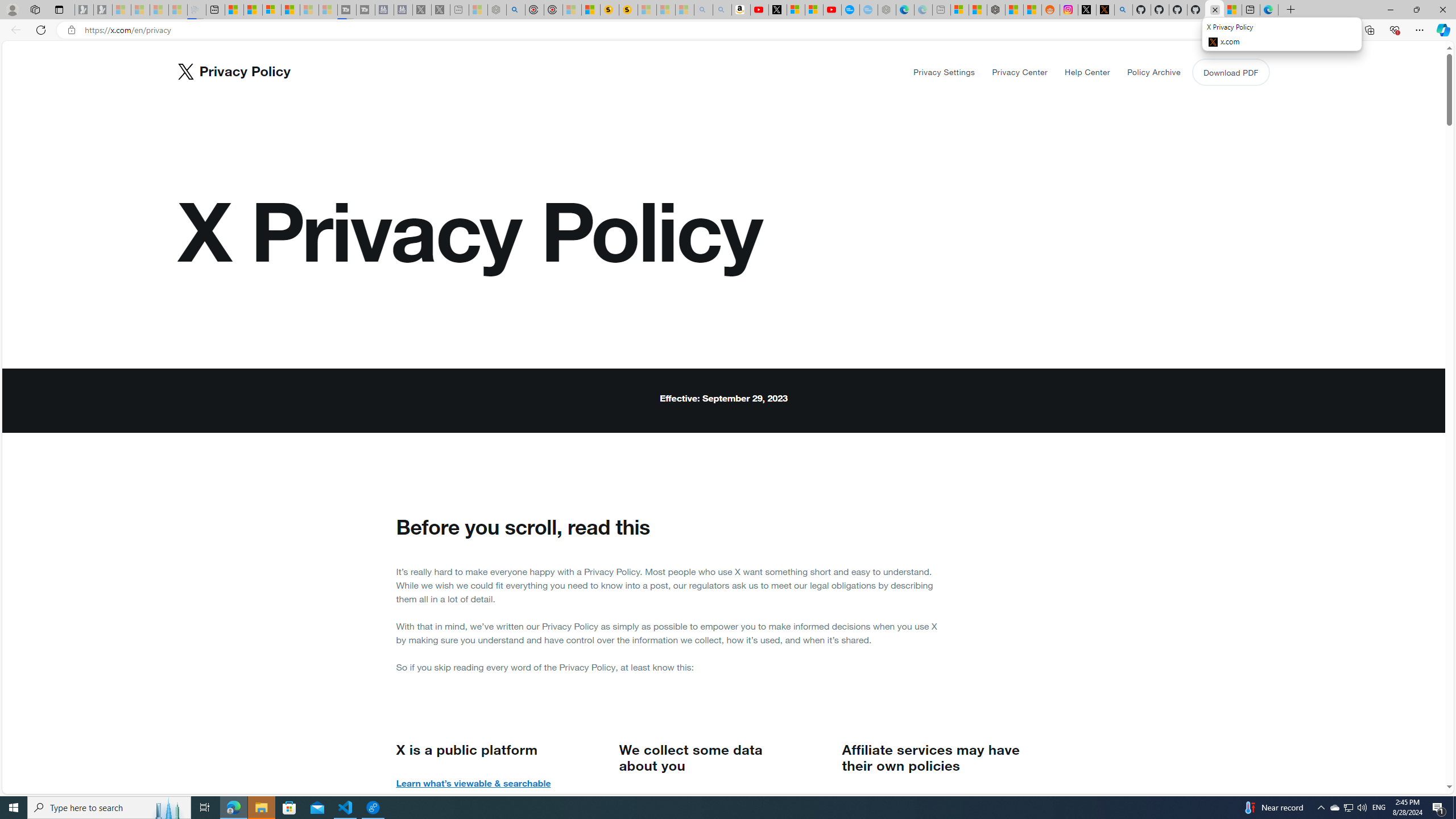 The width and height of the screenshot is (1456, 819). What do you see at coordinates (944, 72) in the screenshot?
I see `'Privacy Settings'` at bounding box center [944, 72].